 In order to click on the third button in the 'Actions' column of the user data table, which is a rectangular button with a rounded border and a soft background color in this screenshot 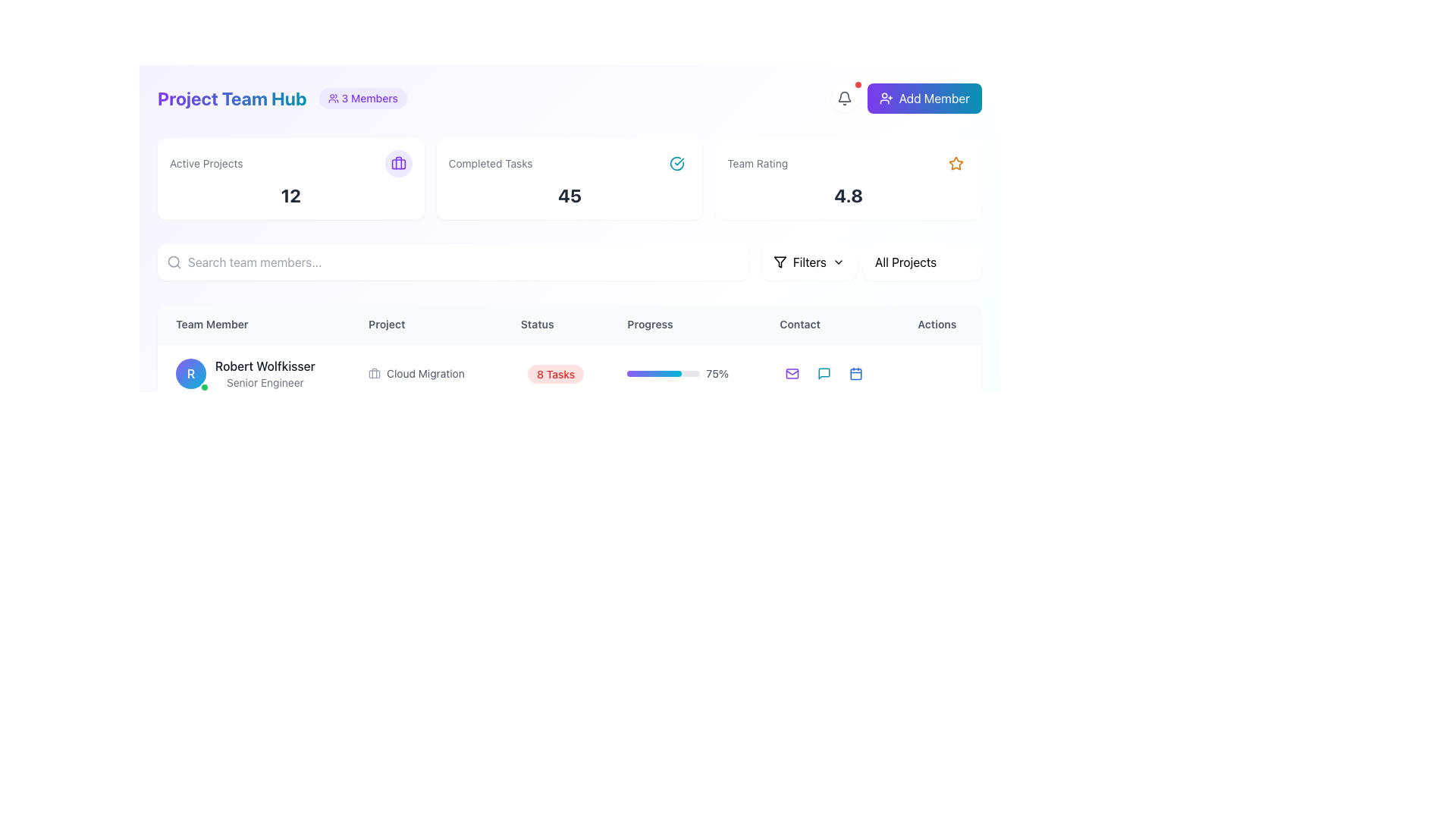, I will do `click(830, 431)`.